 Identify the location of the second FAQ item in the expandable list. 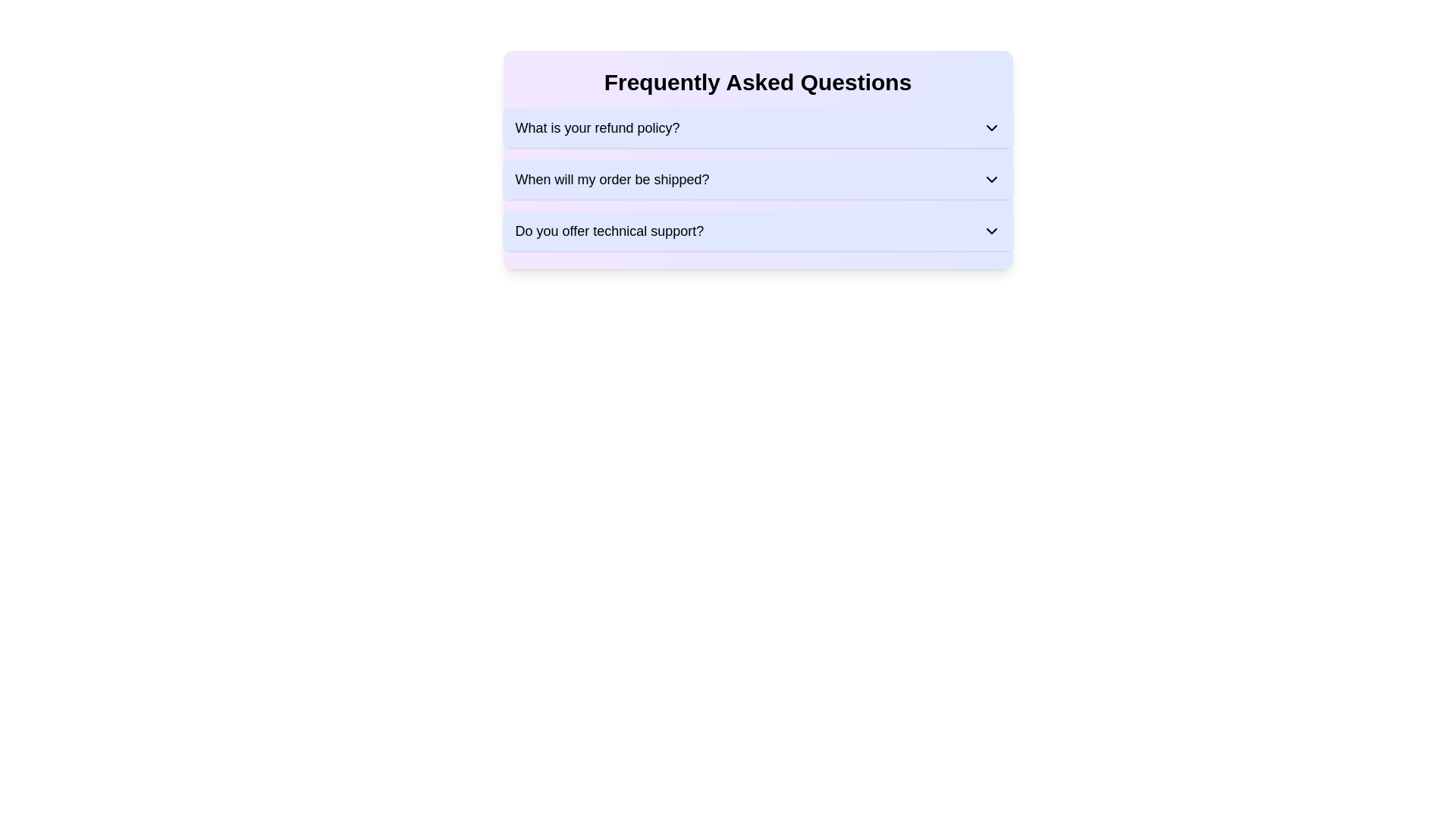
(758, 178).